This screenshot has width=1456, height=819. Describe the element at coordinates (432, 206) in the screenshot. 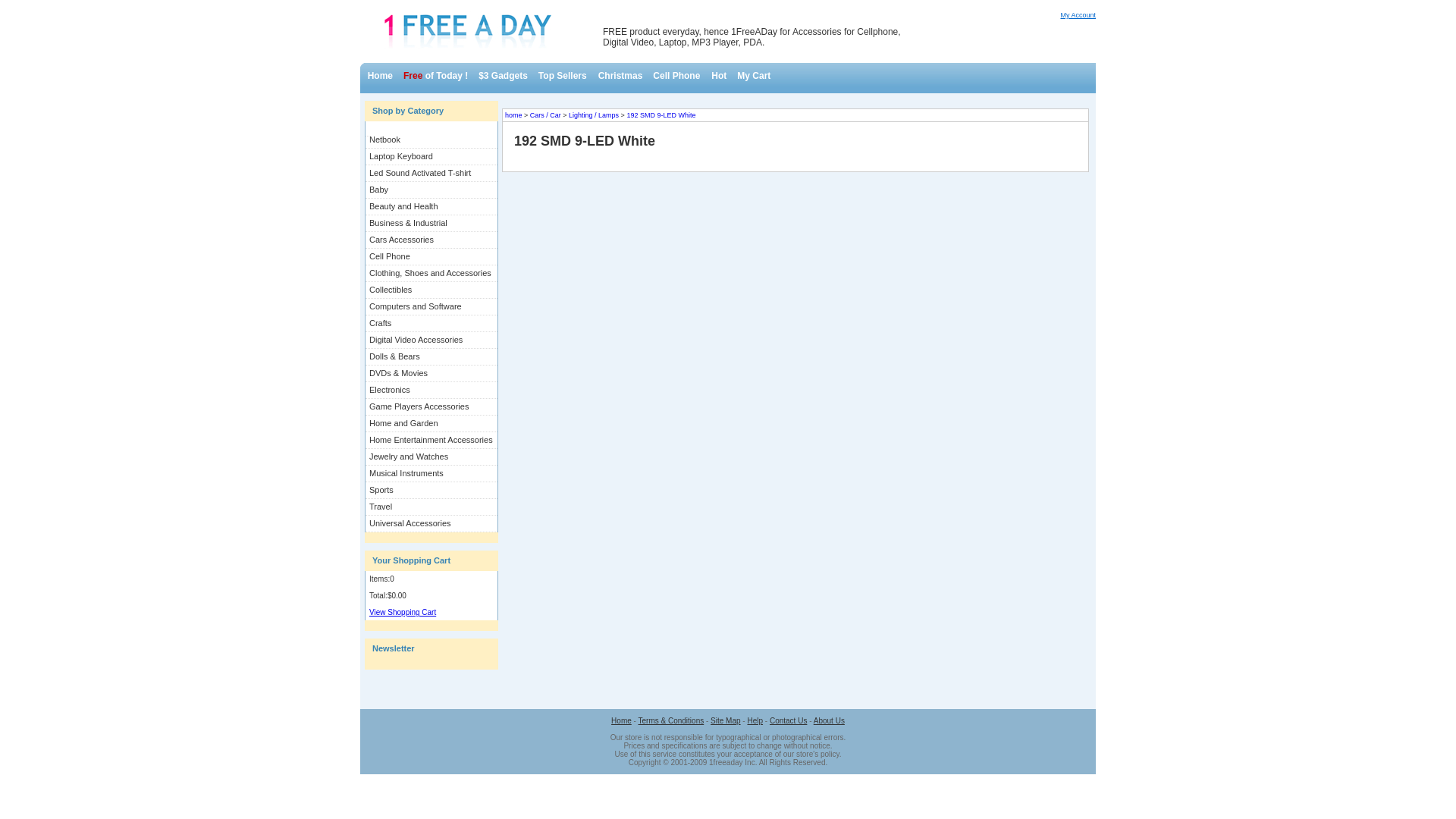

I see `'Beauty and Health'` at that location.